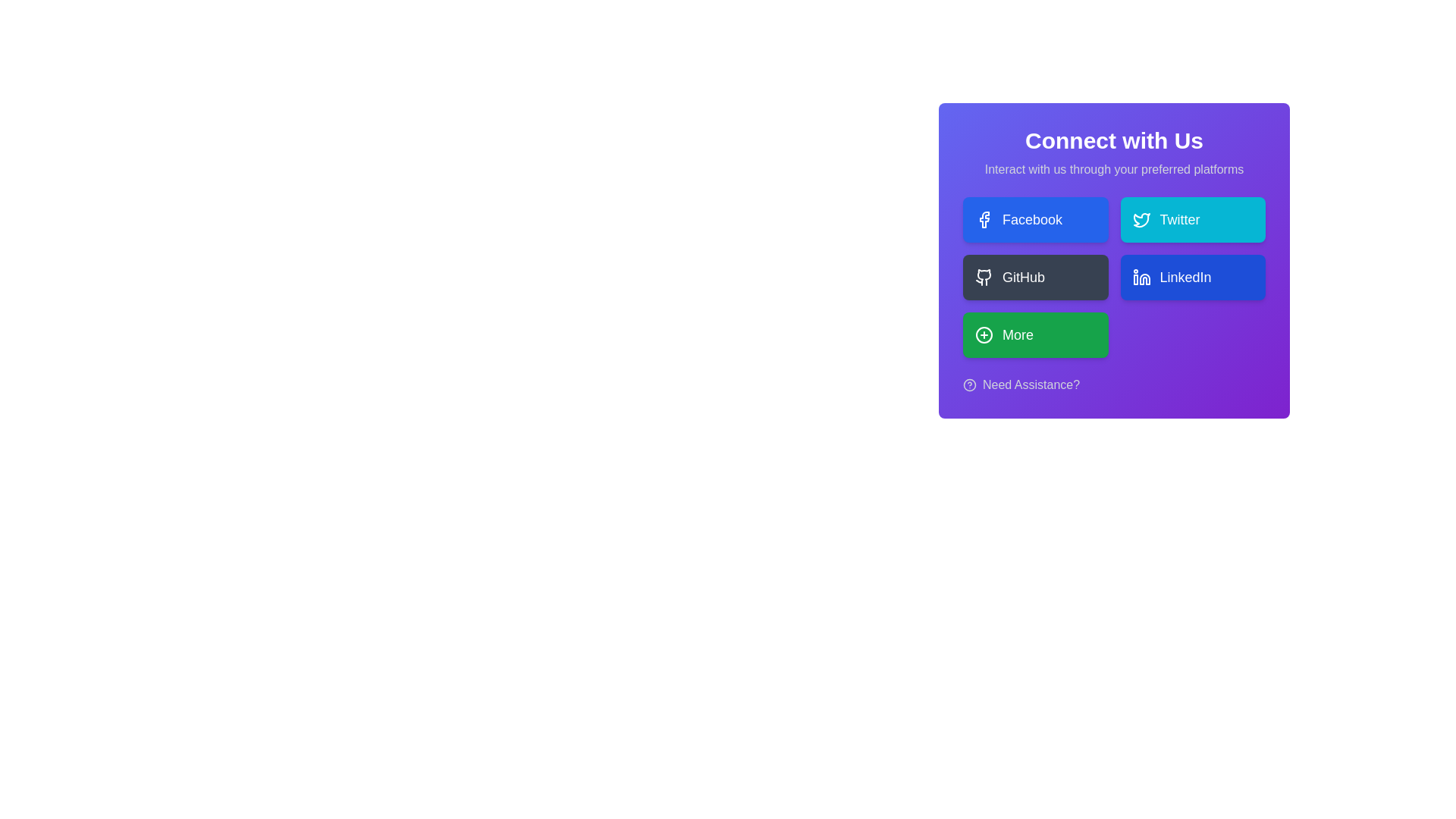 The image size is (1456, 819). I want to click on the 'Connect with Us' text label, which is prominently displayed in a purple shaded area, conveying importance with bold white text and smaller lighter text underneath, so click(1114, 152).